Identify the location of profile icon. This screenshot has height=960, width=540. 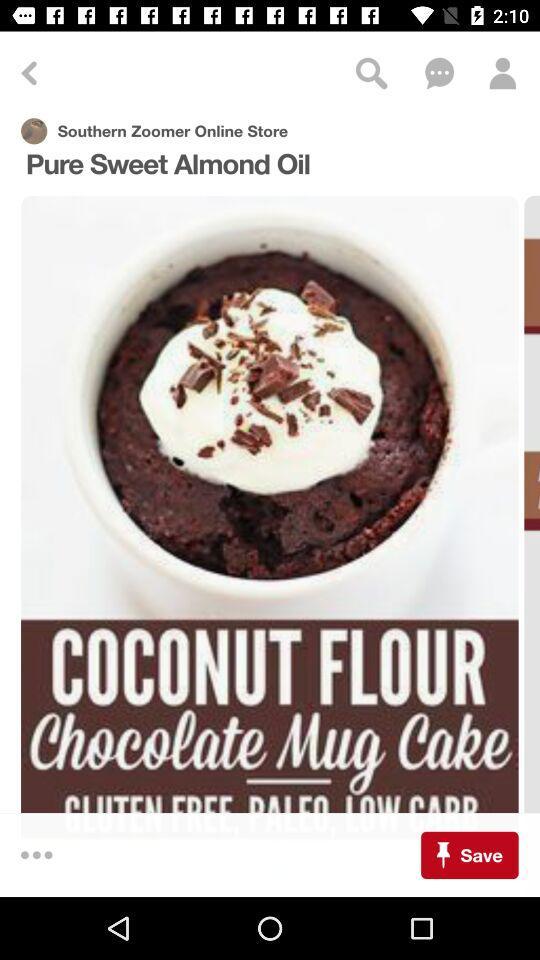
(502, 73).